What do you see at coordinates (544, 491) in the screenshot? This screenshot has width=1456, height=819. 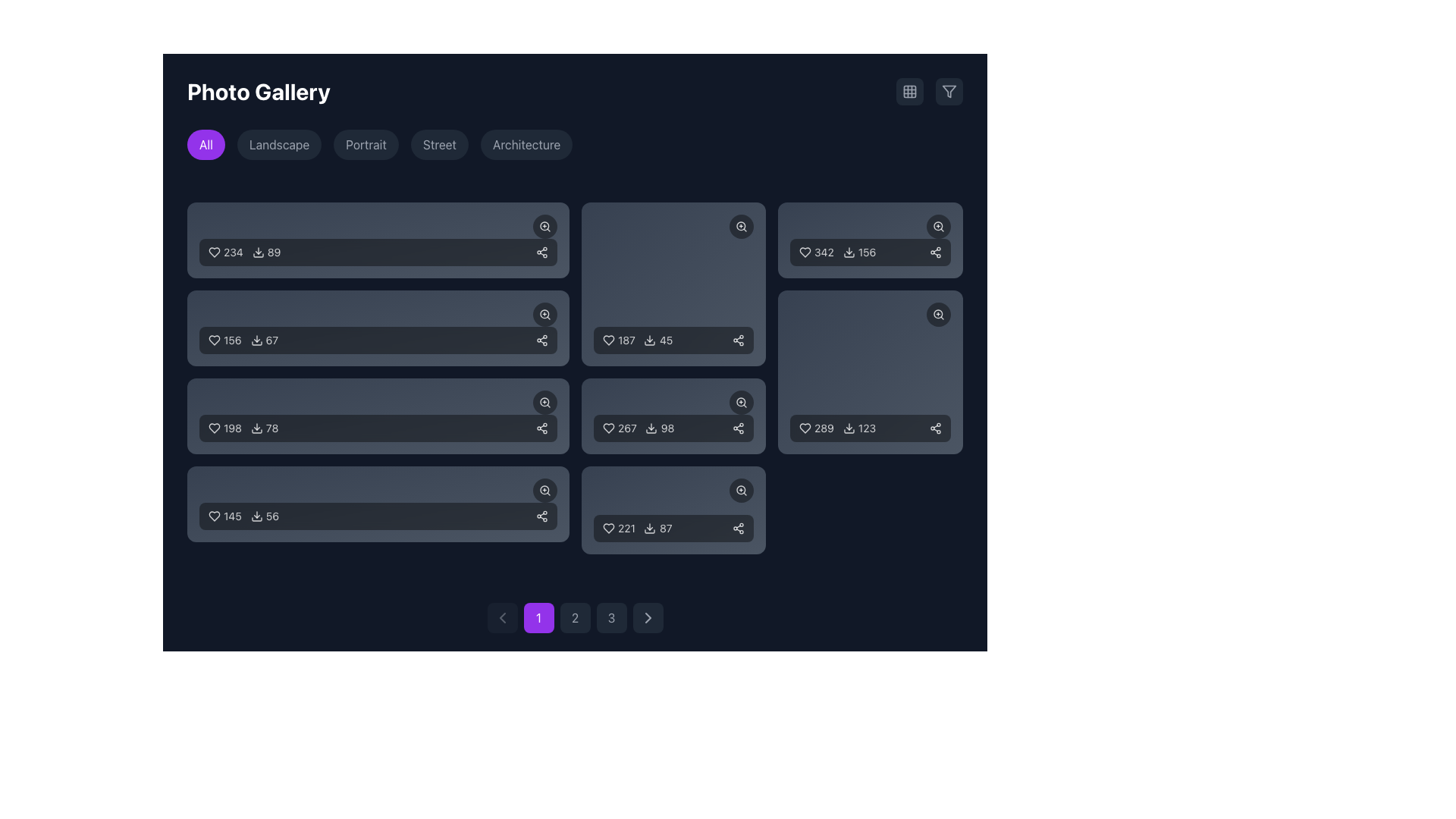 I see `the circular button with a magnifying glass icon located at the bottom right of the last card in the leftmost column to zoom in` at bounding box center [544, 491].